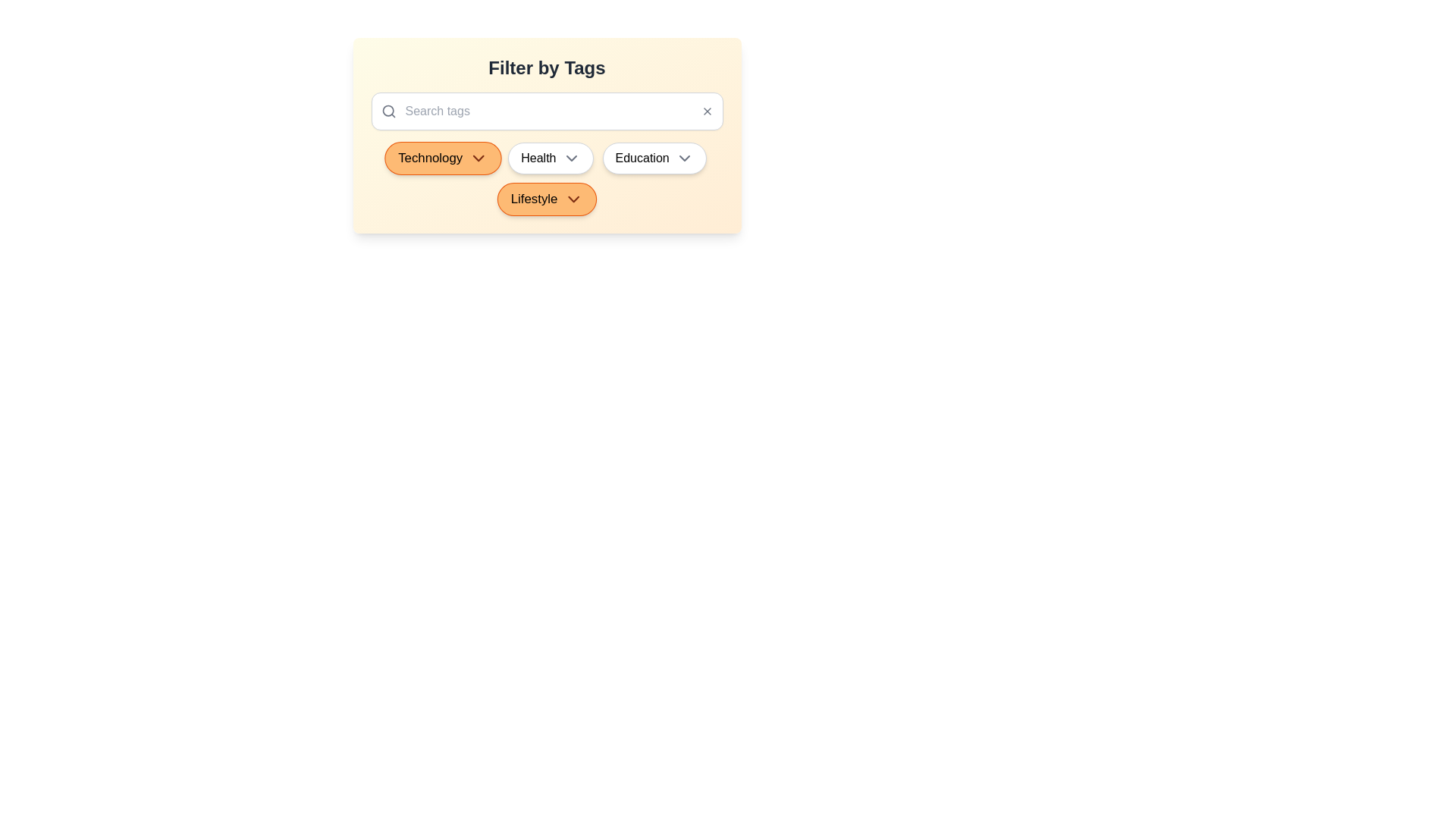  Describe the element at coordinates (706, 110) in the screenshot. I see `the clear icon to clear the search input field` at that location.